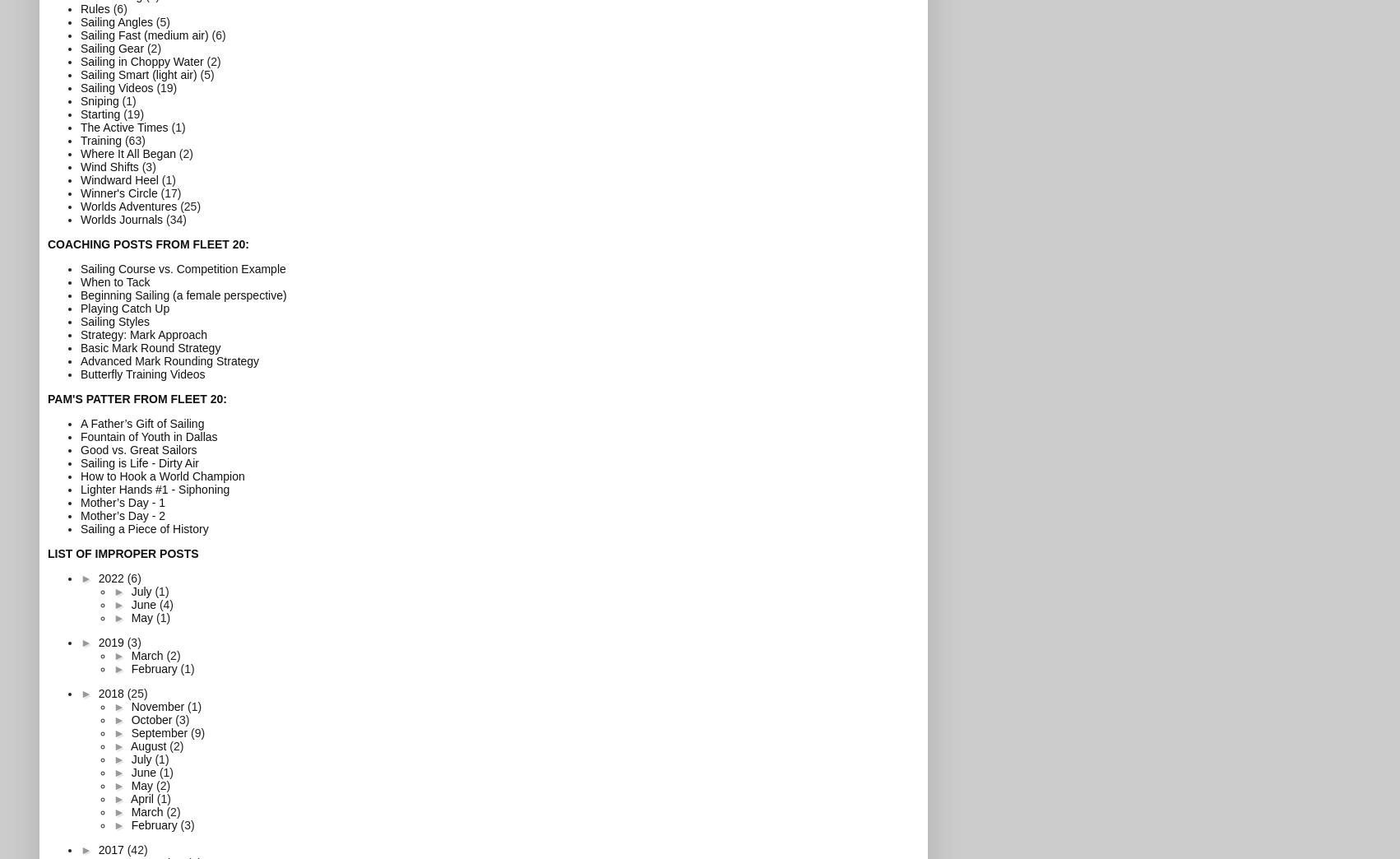 The image size is (1400, 859). What do you see at coordinates (95, 7) in the screenshot?
I see `'Rules'` at bounding box center [95, 7].